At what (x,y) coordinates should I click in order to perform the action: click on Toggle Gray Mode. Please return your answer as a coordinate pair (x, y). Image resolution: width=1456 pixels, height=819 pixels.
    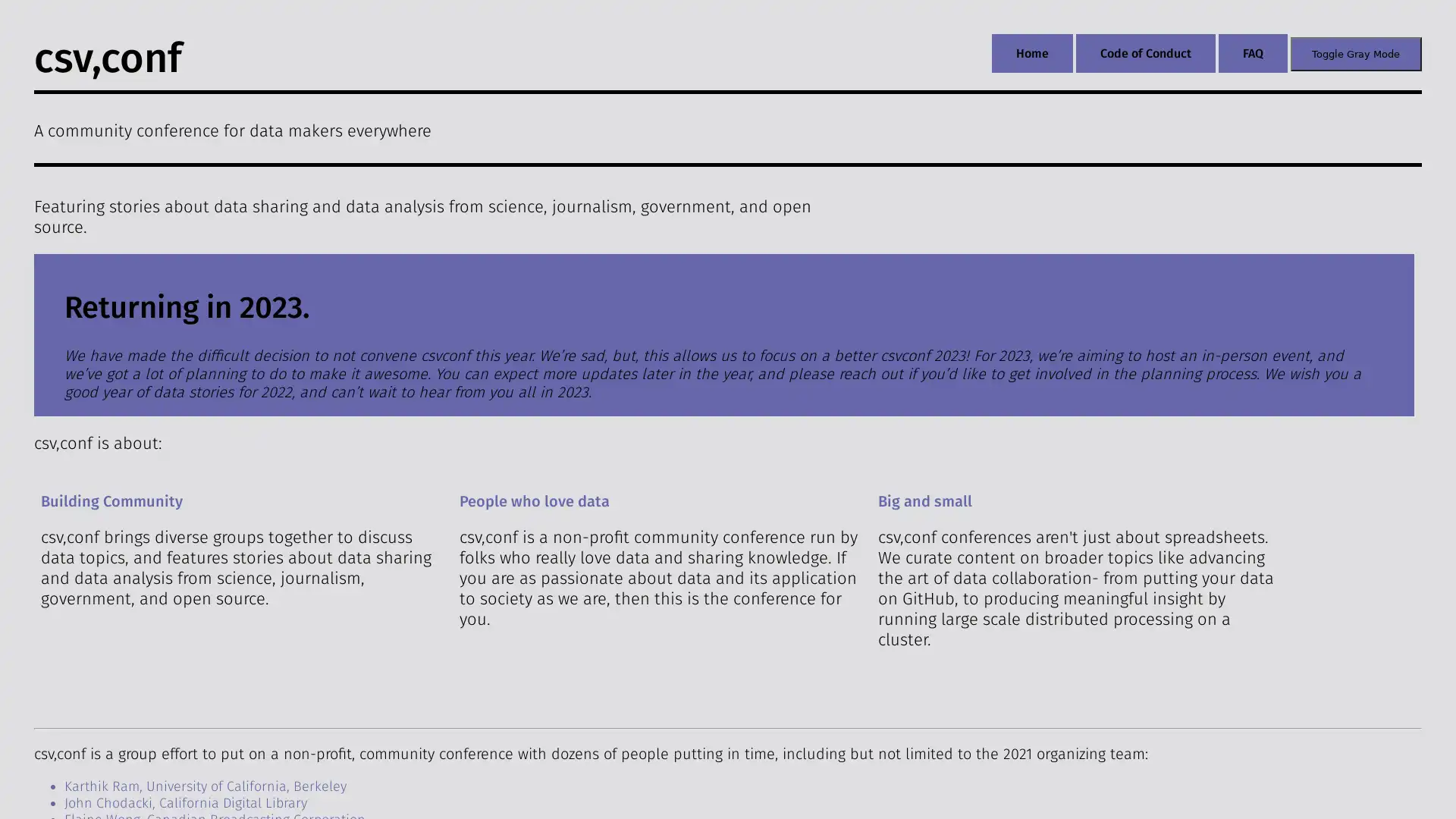
    Looking at the image, I should click on (1356, 52).